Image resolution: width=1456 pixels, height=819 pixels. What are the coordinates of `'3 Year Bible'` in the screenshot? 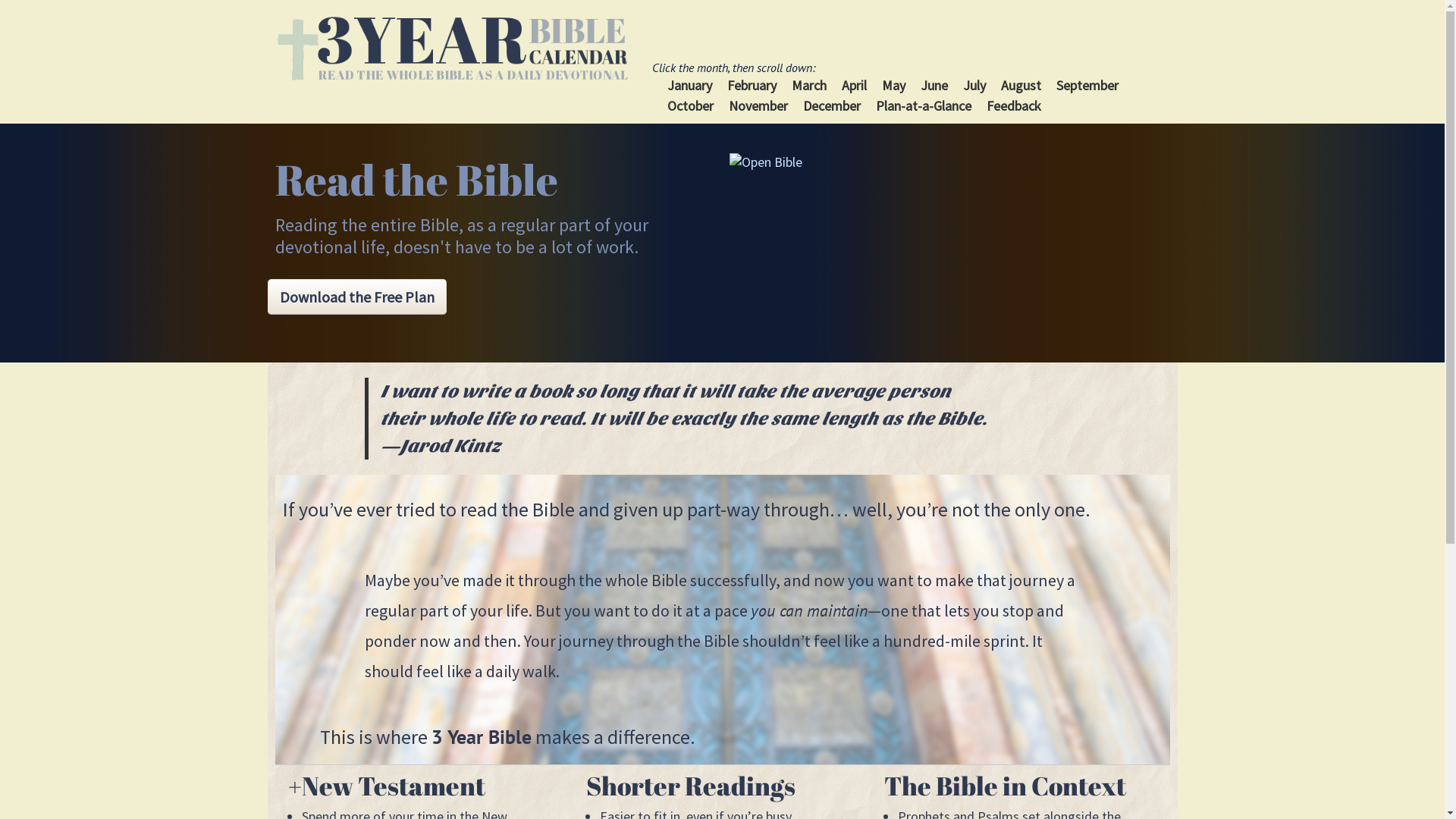 It's located at (274, 48).